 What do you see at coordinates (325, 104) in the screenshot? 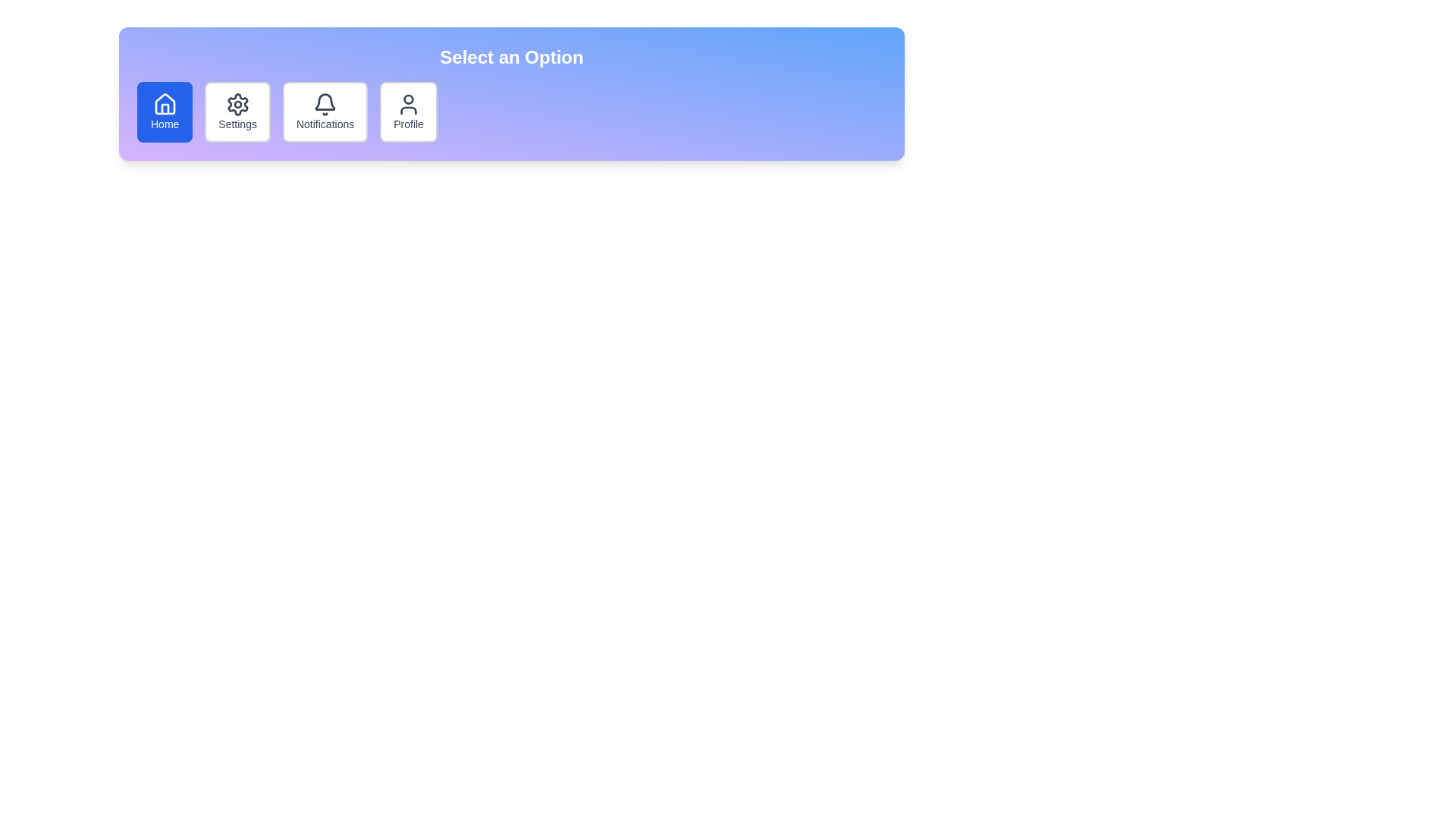
I see `the outlined bell icon within the 'Notifications' button` at bounding box center [325, 104].